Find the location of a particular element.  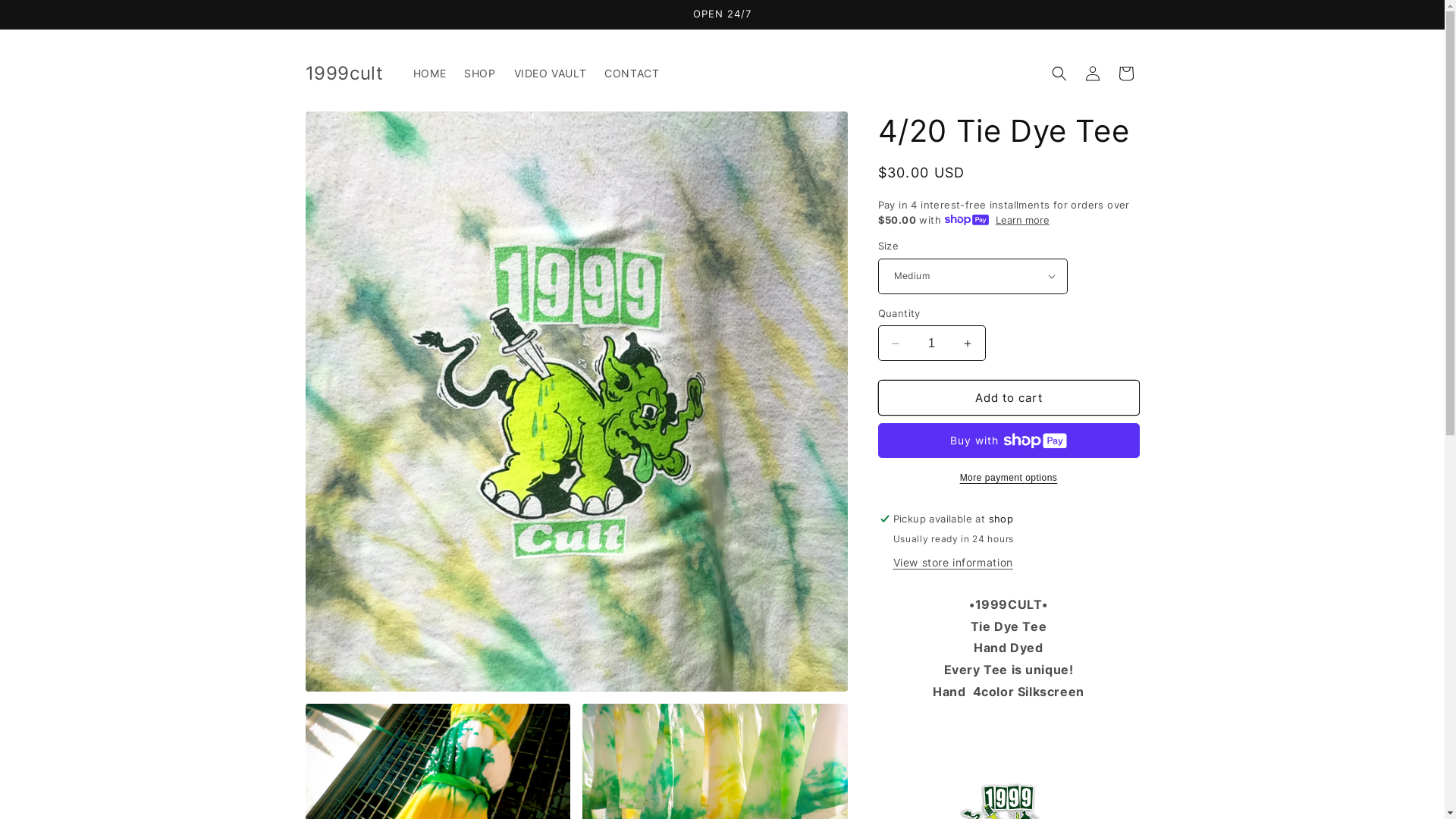

'Add to cart' is located at coordinates (1009, 397).